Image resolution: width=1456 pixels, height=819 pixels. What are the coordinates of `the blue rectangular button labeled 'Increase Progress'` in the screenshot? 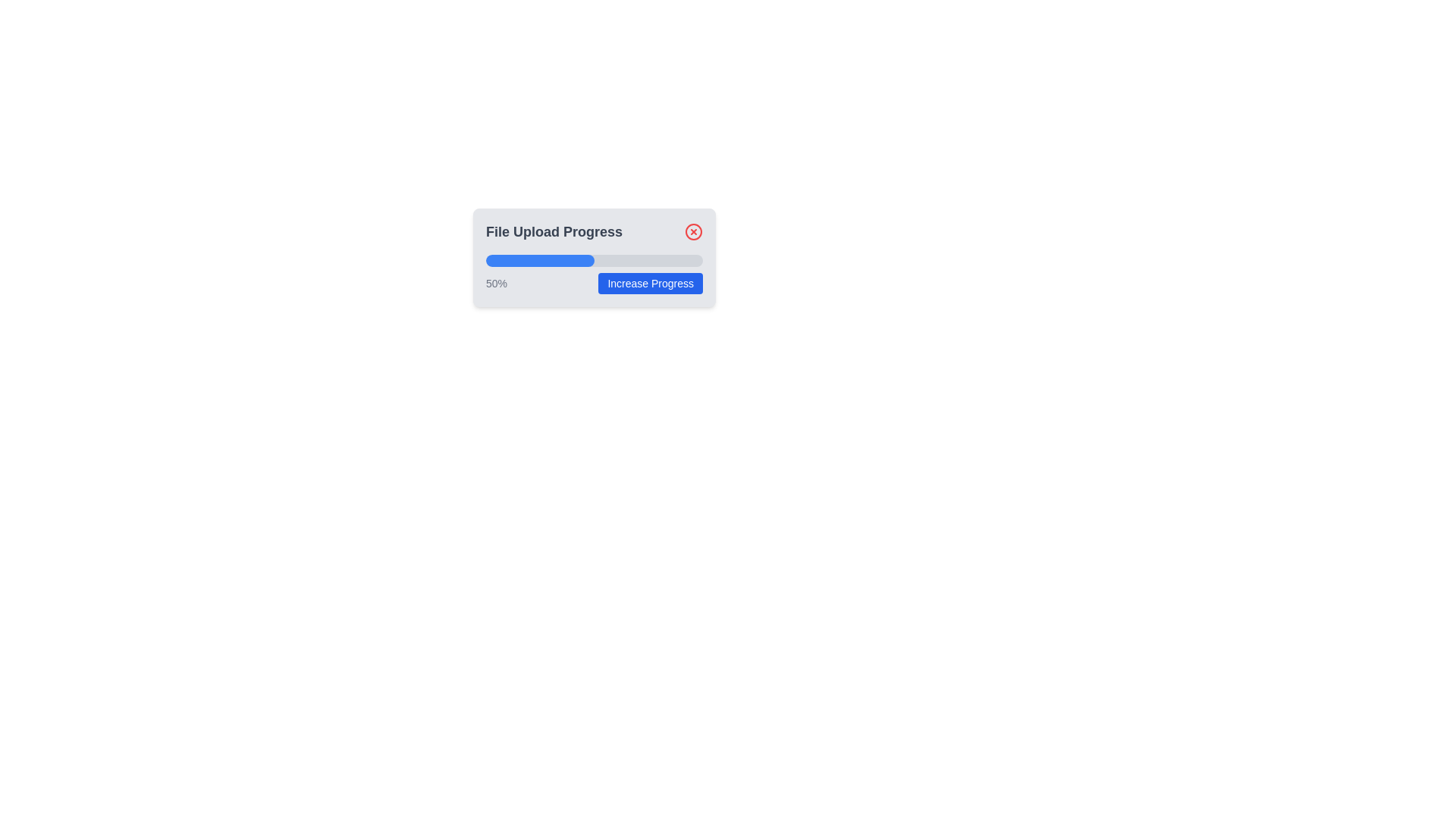 It's located at (651, 284).